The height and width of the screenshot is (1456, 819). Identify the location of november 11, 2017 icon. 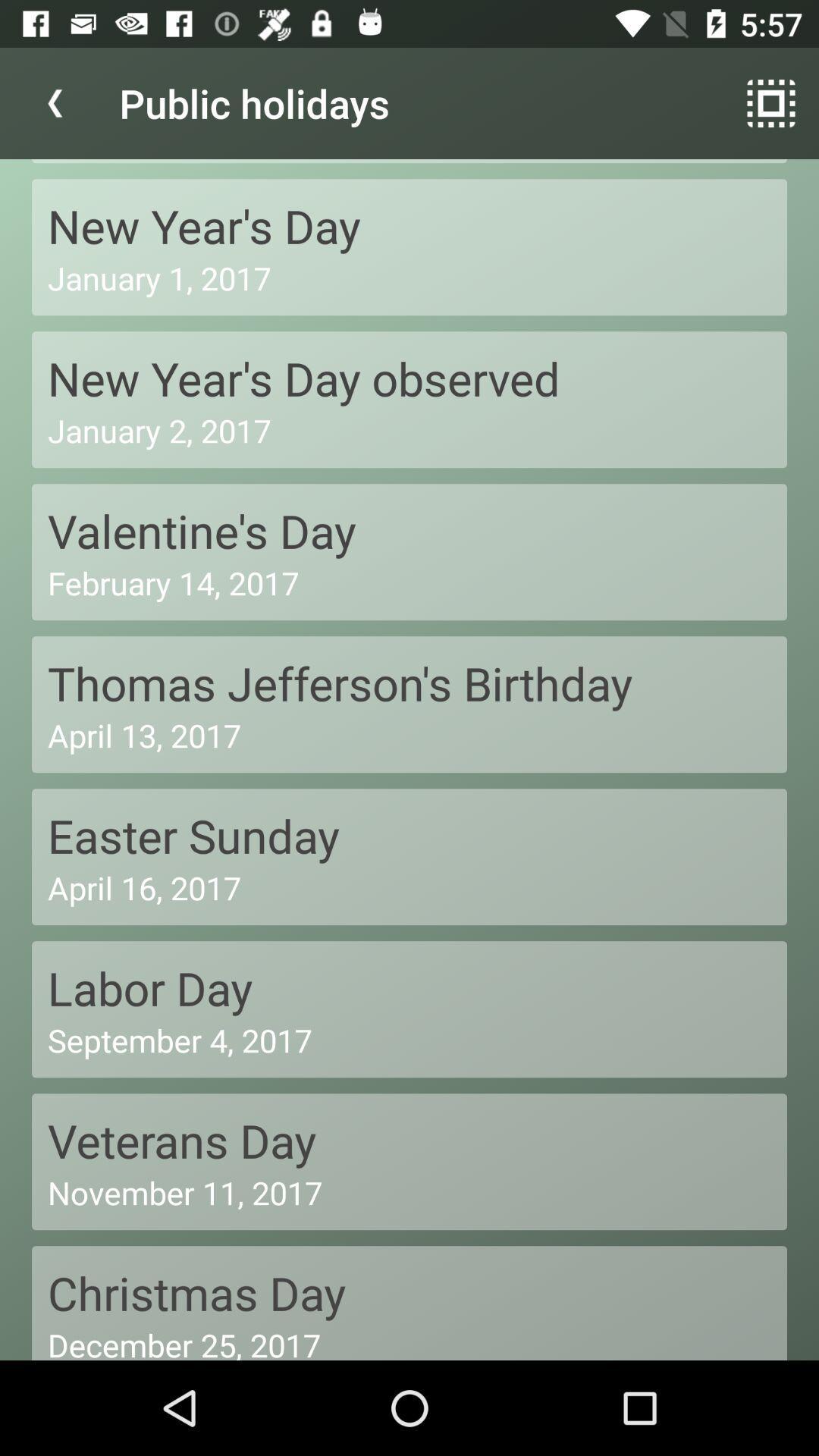
(409, 1191).